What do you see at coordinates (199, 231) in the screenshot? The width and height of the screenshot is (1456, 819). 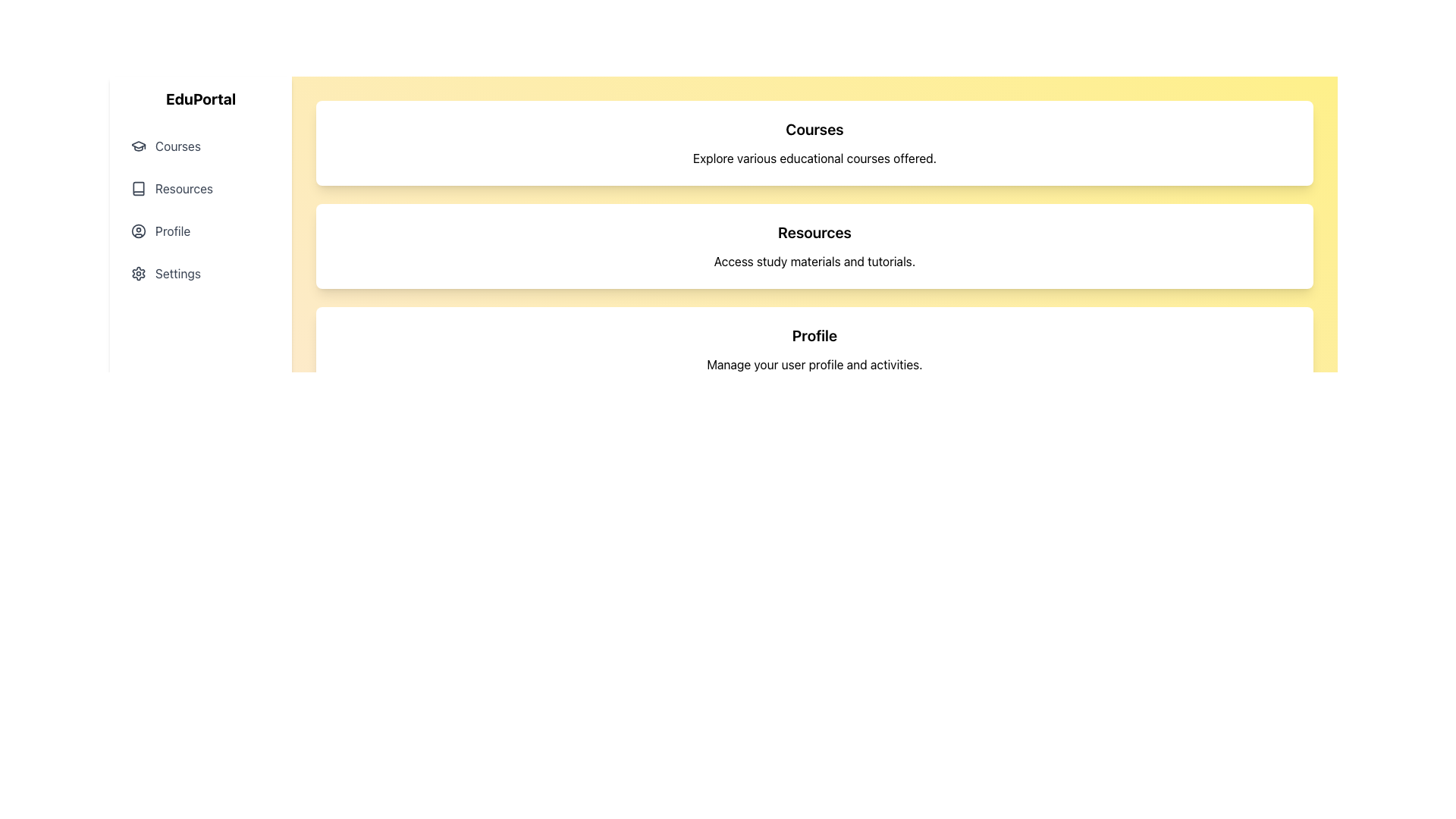 I see `the 'Profile' menu item in the vertical navigation panel` at bounding box center [199, 231].